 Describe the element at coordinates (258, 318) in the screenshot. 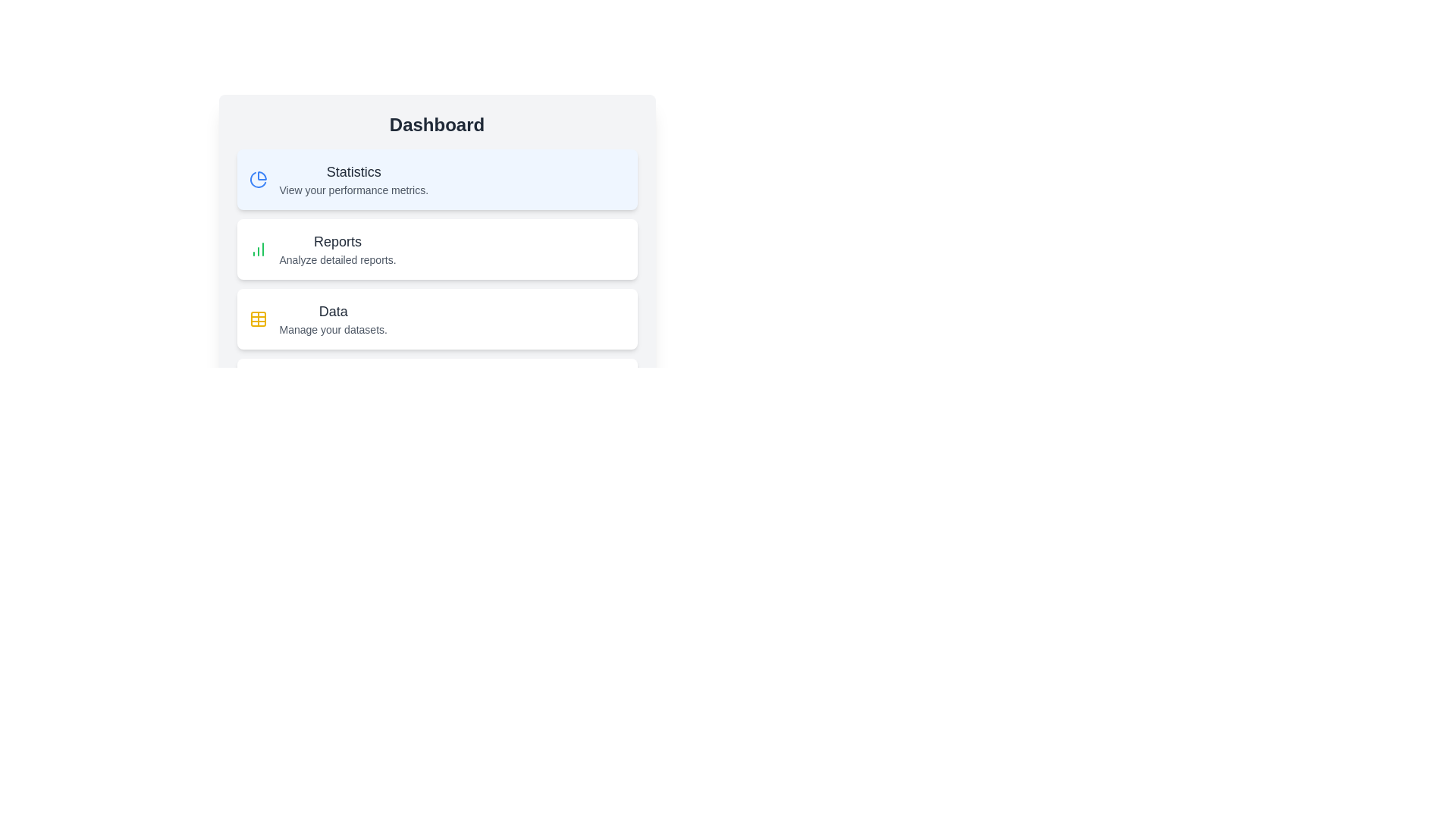

I see `the section icon corresponding to Data` at that location.